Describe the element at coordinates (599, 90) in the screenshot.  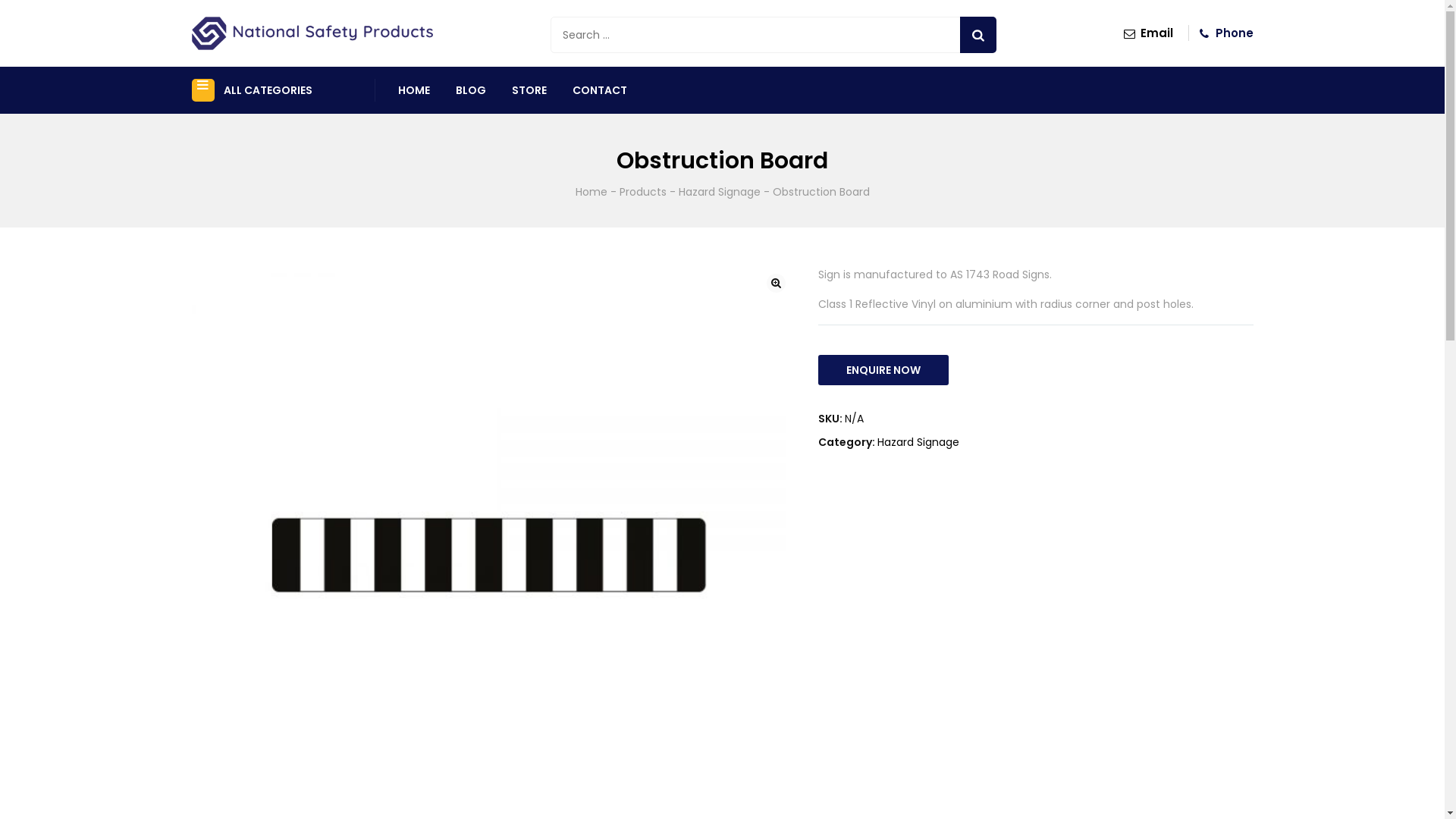
I see `'CONTACT'` at that location.